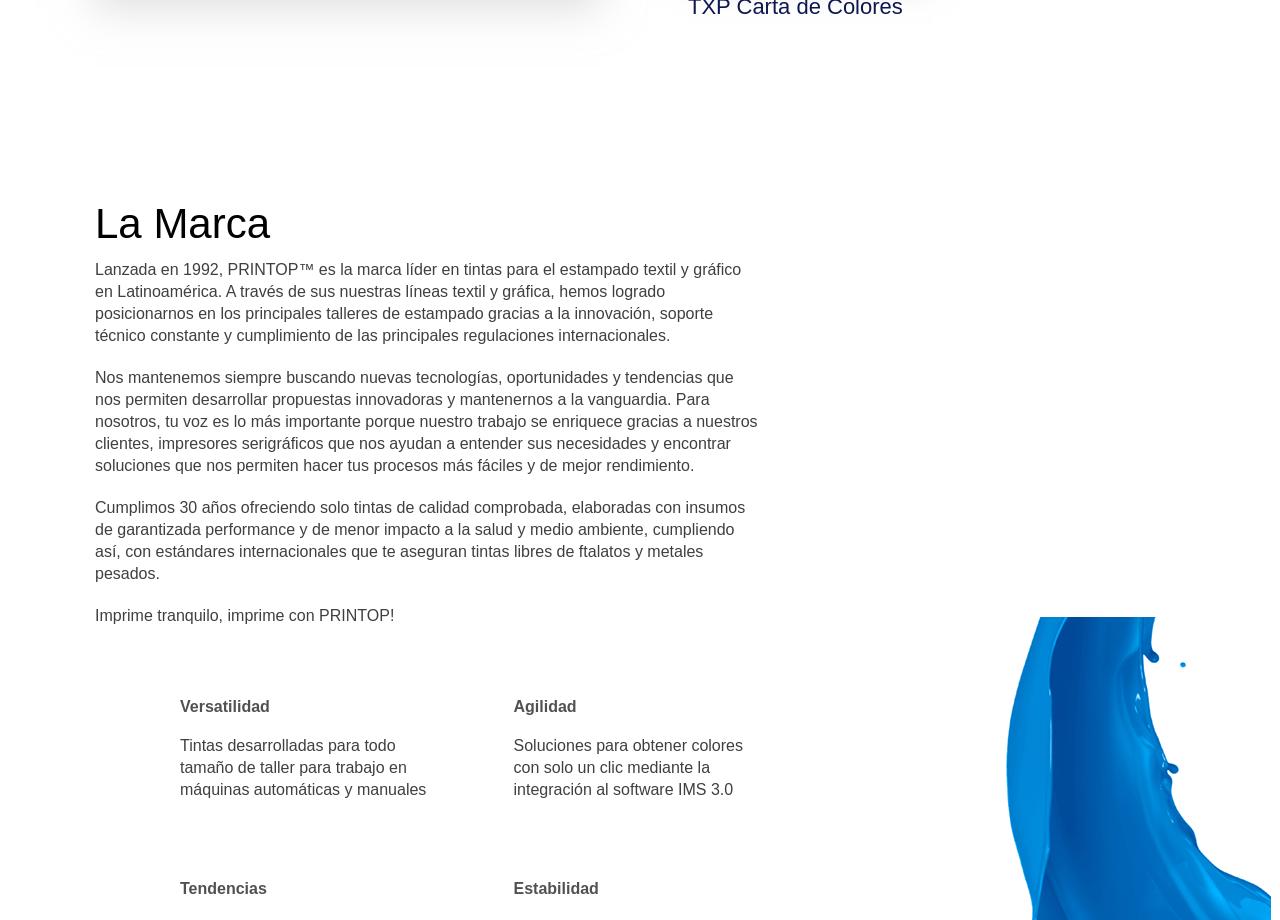 Image resolution: width=1280 pixels, height=920 pixels. I want to click on 'Soluciones para obtener colores con solo un clic mediante la integración al software IMS 3.0', so click(626, 767).